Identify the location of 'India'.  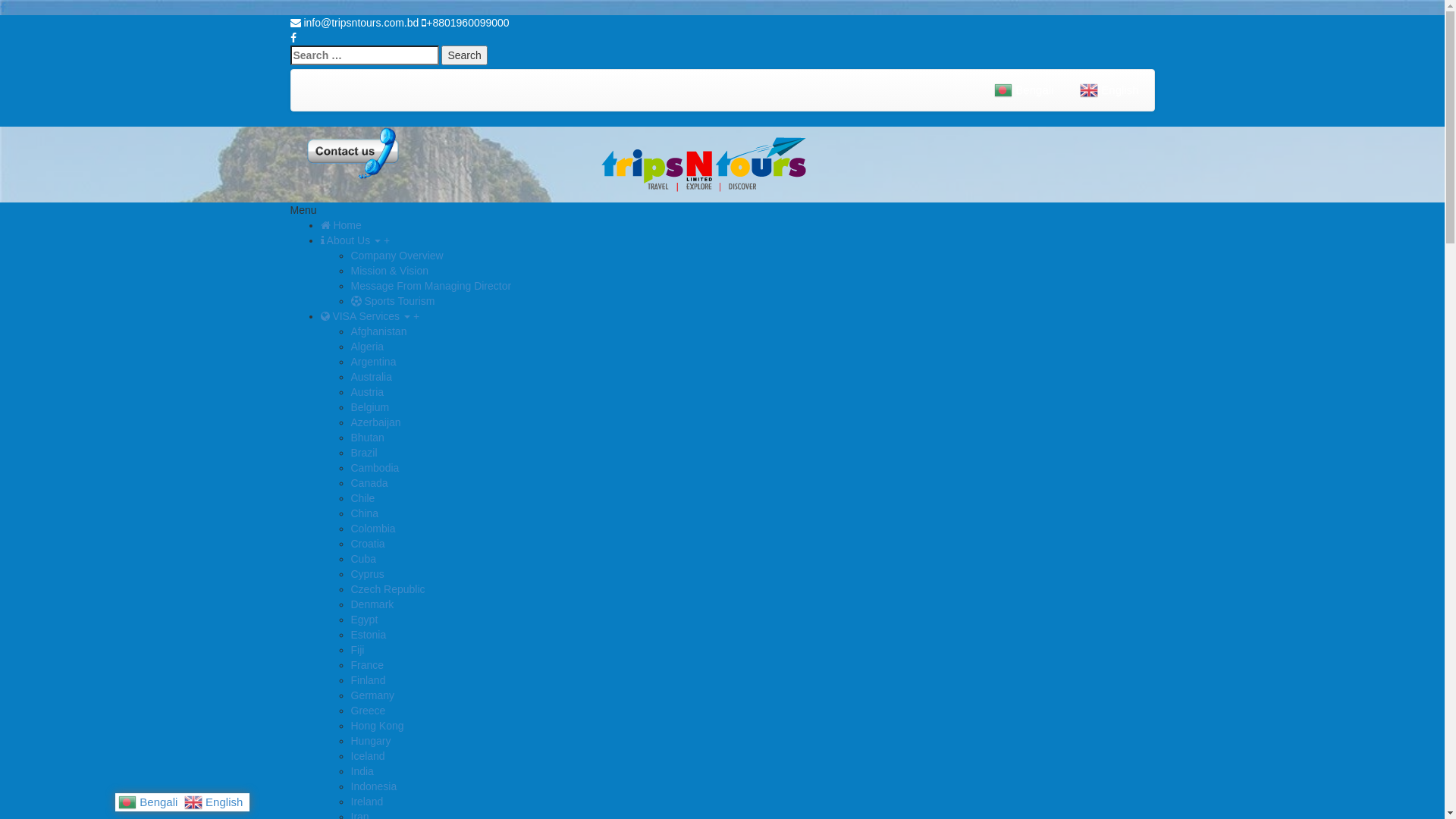
(360, 771).